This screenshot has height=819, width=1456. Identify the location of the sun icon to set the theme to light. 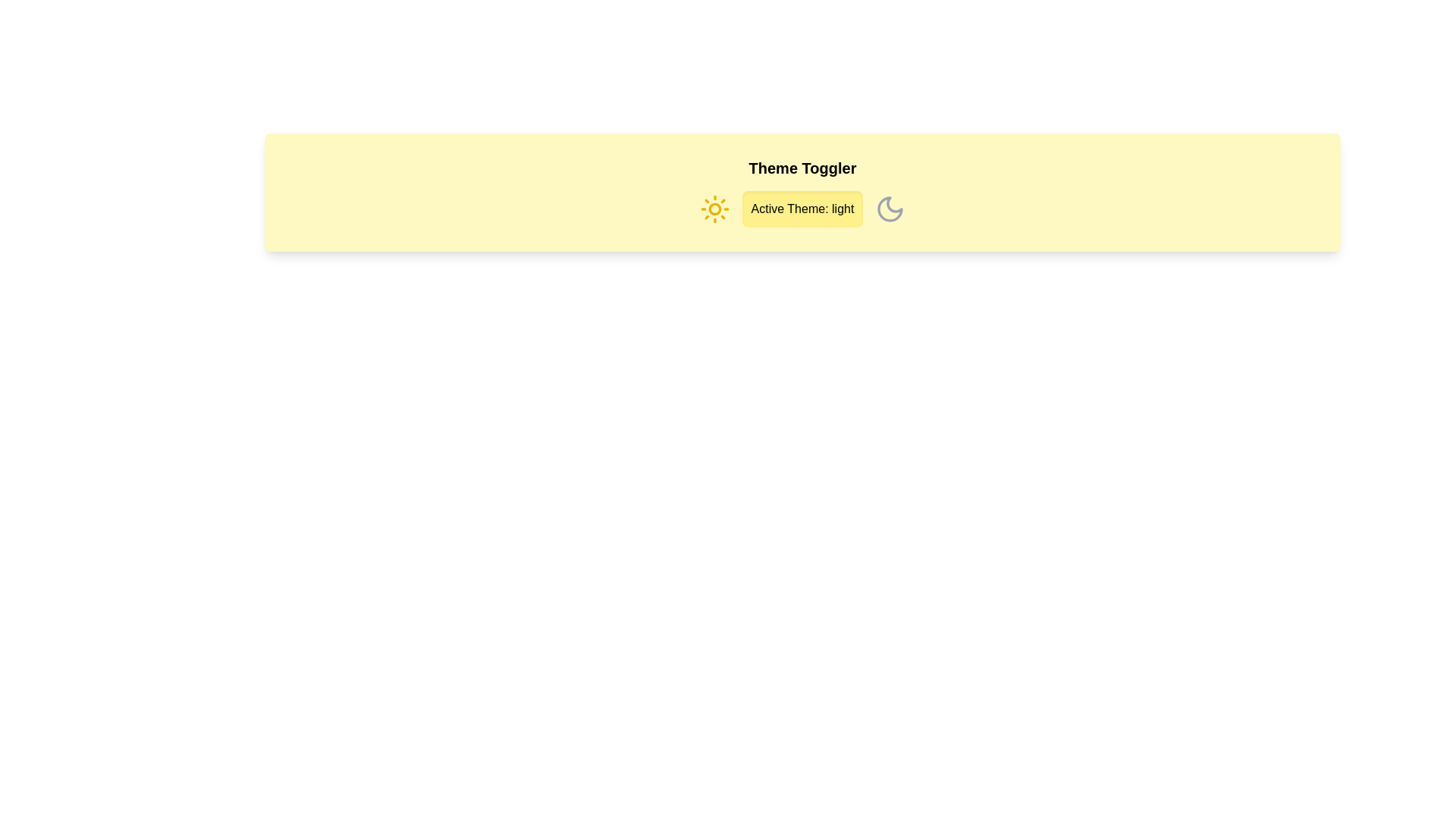
(714, 209).